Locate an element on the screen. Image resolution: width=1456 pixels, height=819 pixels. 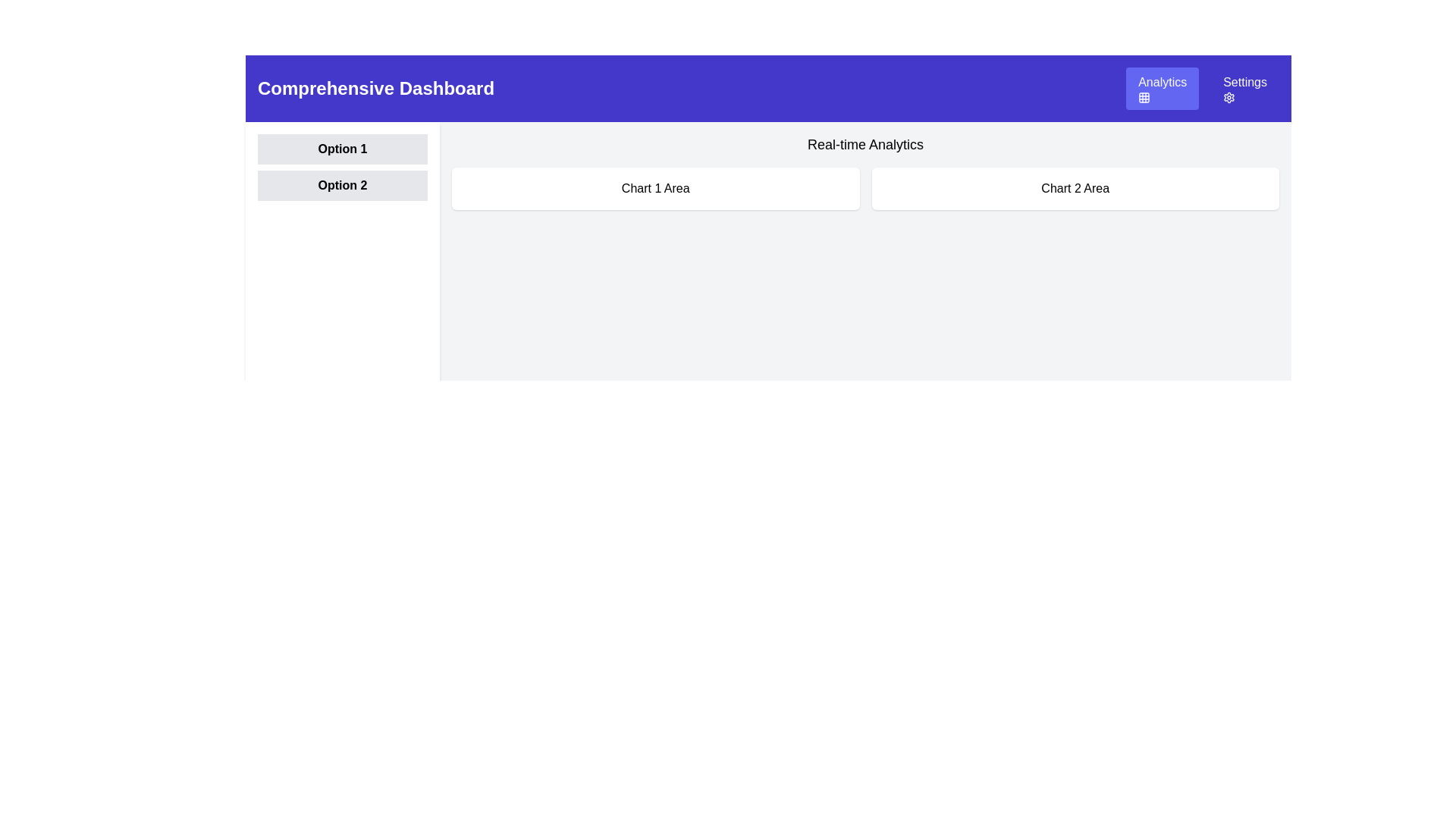
the grid icon located in the central position of the 3x3 grid pattern is located at coordinates (1144, 97).